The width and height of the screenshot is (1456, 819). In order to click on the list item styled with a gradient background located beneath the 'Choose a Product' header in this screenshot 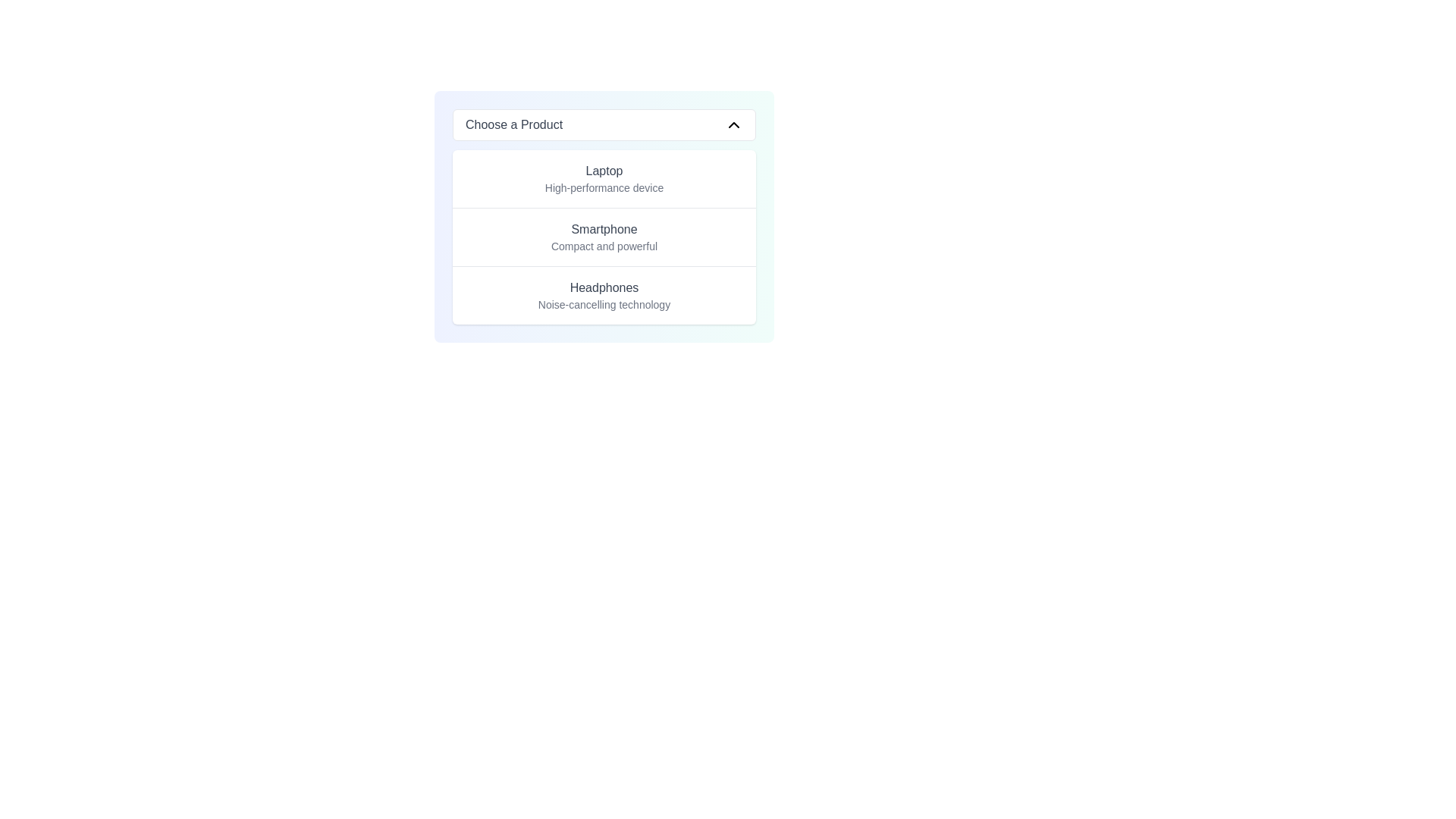, I will do `click(603, 216)`.